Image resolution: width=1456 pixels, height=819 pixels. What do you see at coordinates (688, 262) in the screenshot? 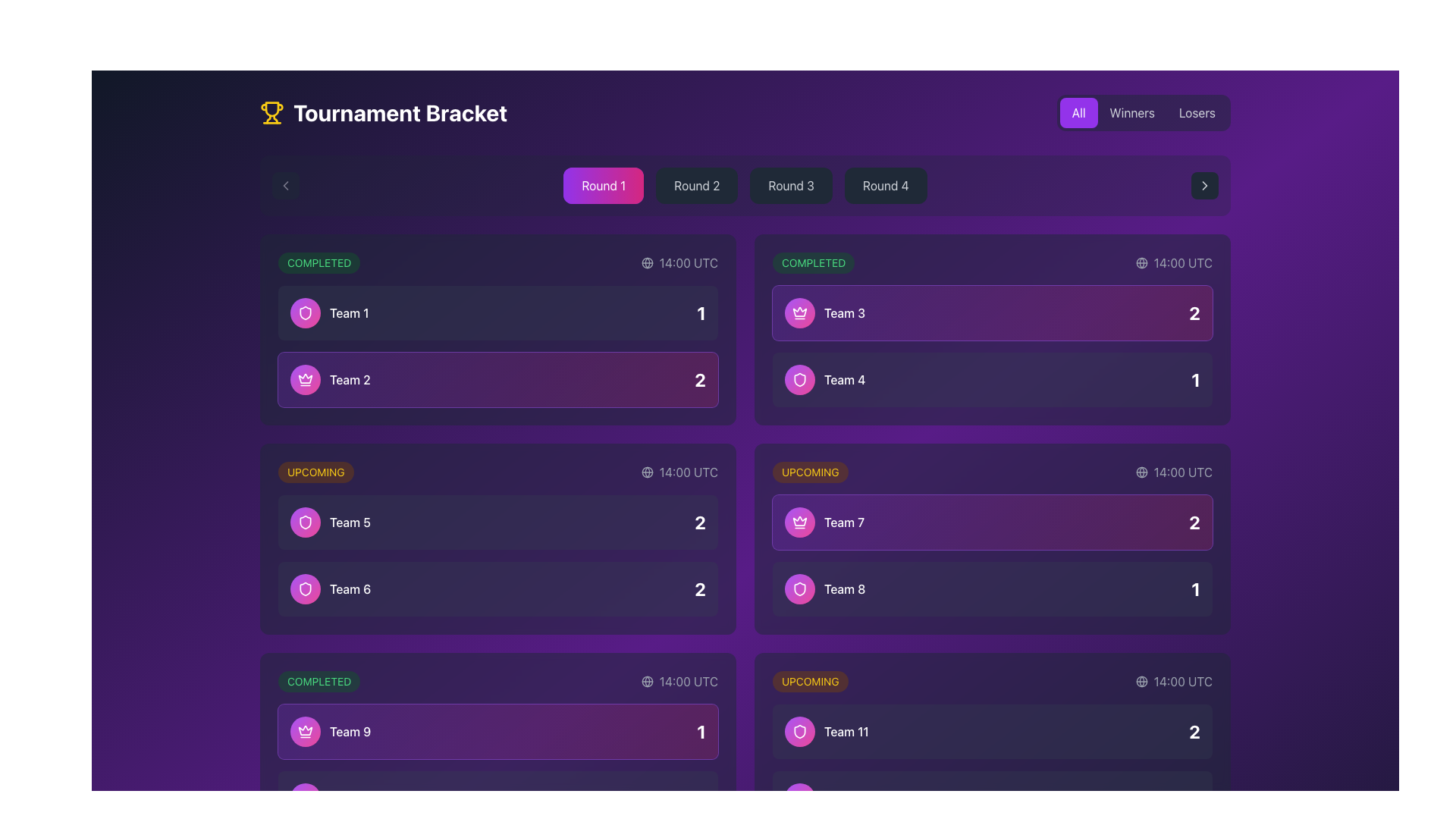
I see `text displayed in the time indication label located in the top section of the layout, right-aligned next to a globe icon` at bounding box center [688, 262].